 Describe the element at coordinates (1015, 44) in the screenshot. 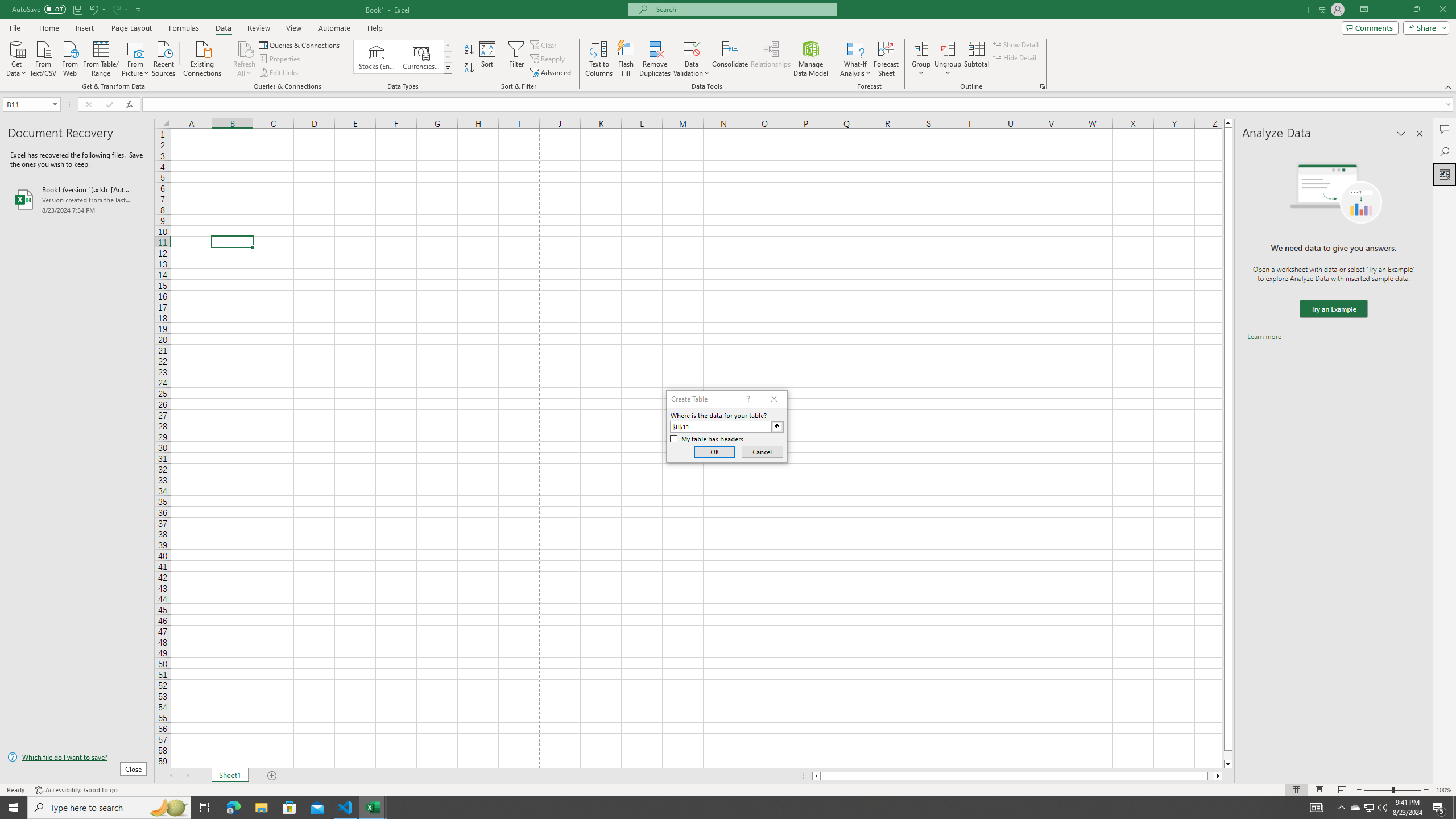

I see `'Show Detail'` at that location.